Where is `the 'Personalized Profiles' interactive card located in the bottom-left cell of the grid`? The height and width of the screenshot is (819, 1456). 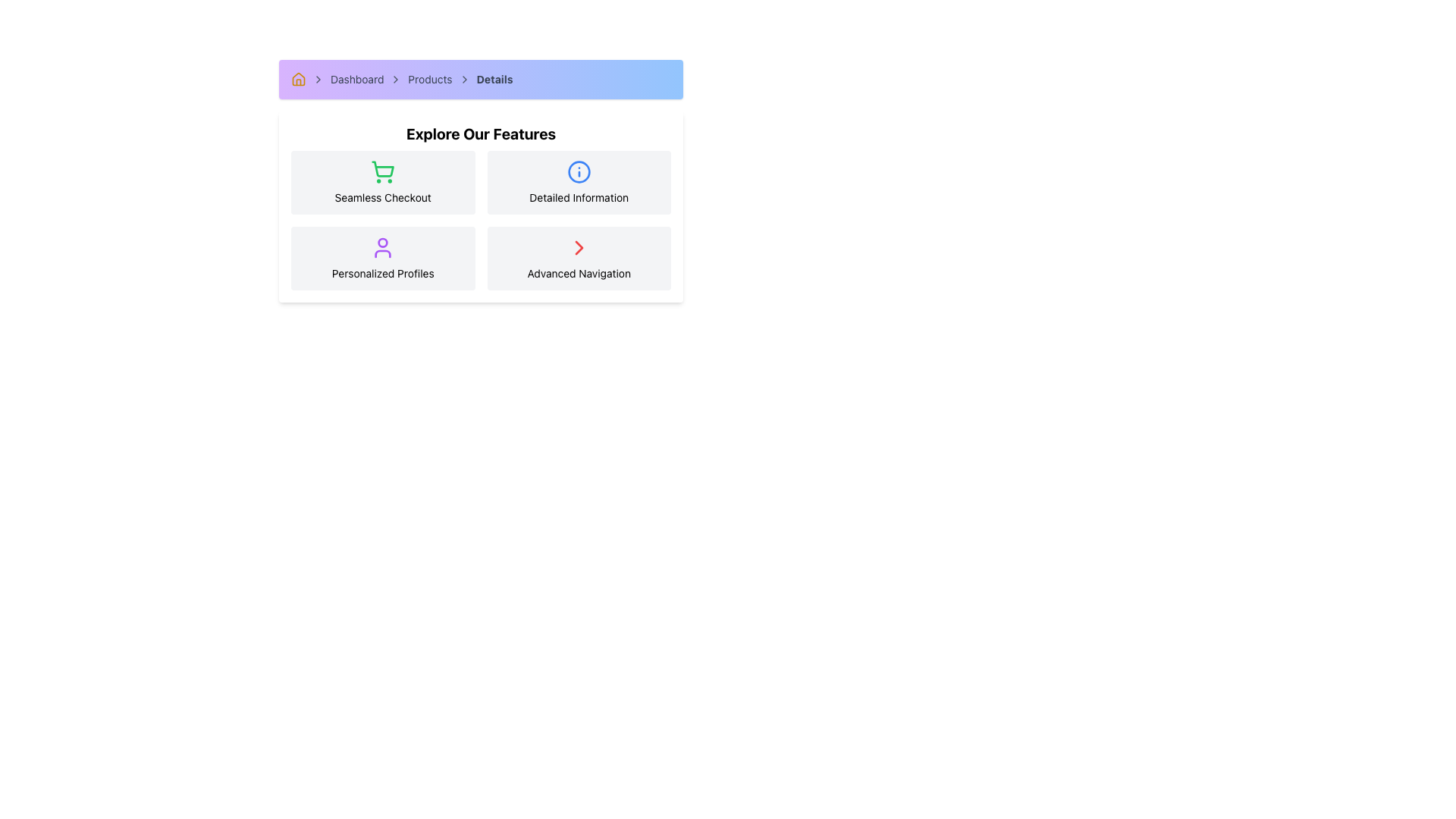 the 'Personalized Profiles' interactive card located in the bottom-left cell of the grid is located at coordinates (382, 257).